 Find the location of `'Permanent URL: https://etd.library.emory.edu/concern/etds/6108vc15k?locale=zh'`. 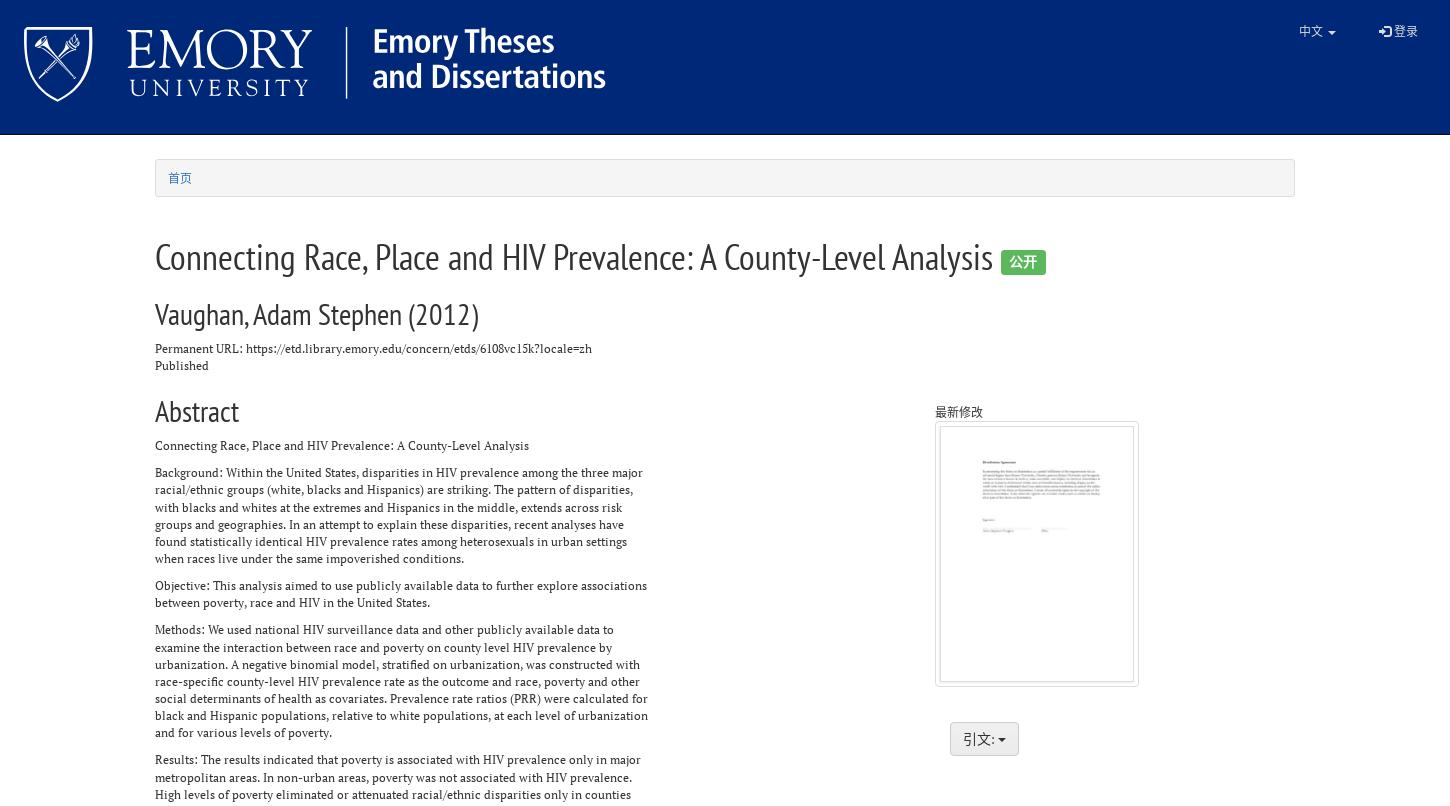

'Permanent URL: https://etd.library.emory.edu/concern/etds/6108vc15k?locale=zh' is located at coordinates (154, 346).